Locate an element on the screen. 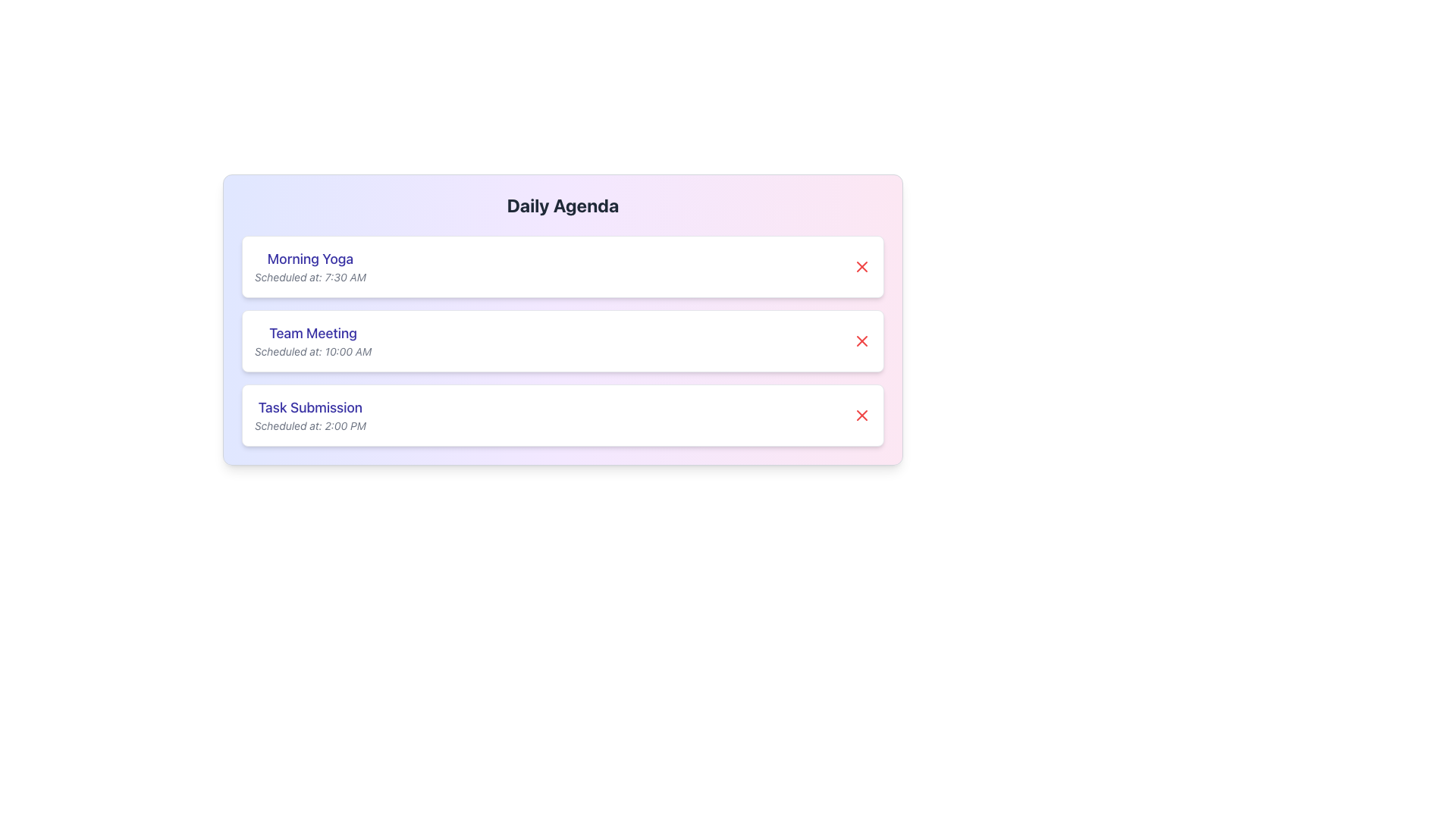 The height and width of the screenshot is (819, 1456). the text label displaying the scheduled time for the 'Team Meeting', which is positioned below the 'Team Meeting' text and above the 'Task Submission' entry in the agenda list is located at coordinates (312, 351).